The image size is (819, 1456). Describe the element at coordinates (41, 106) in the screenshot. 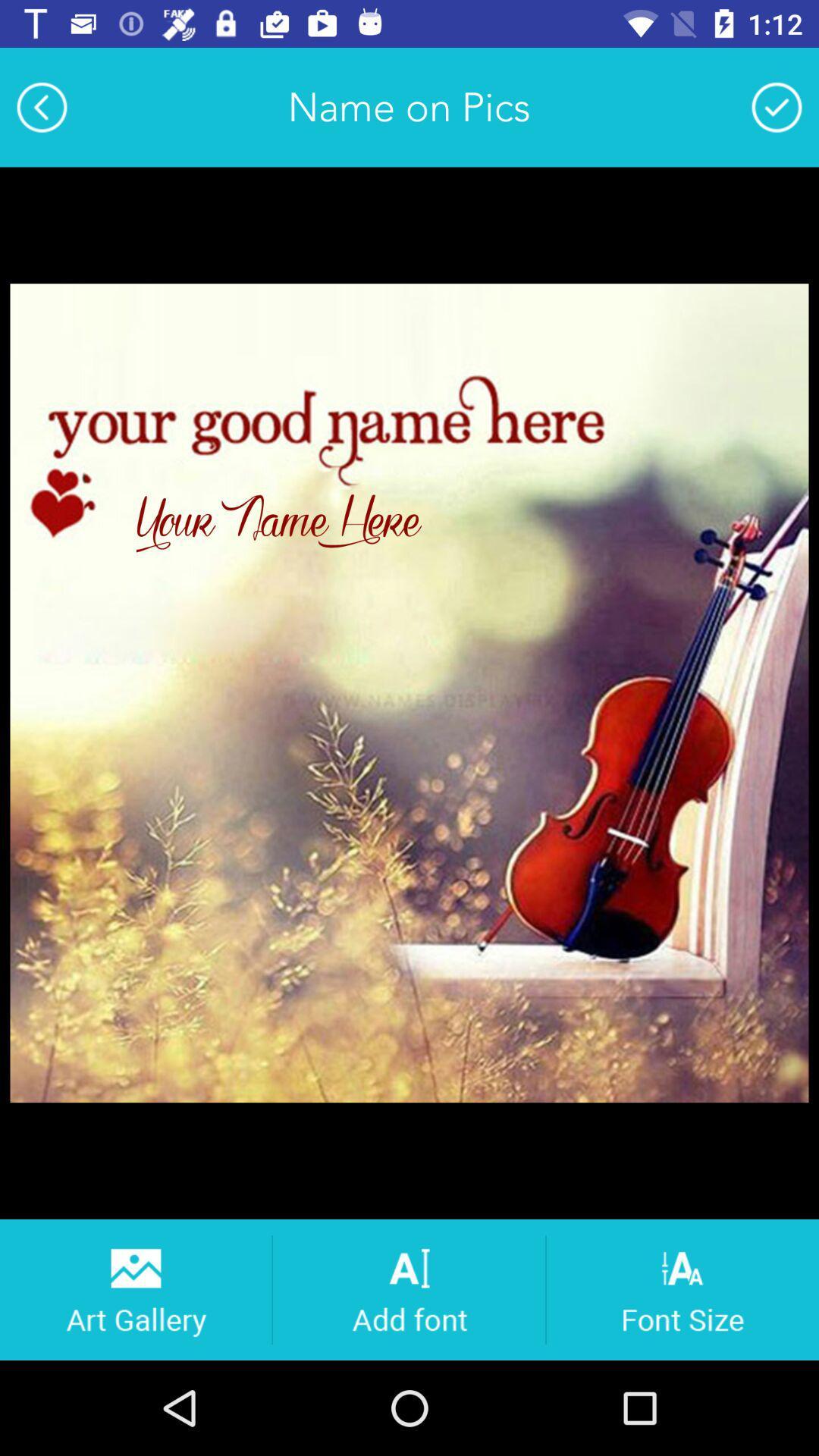

I see `item to the left of name on pics icon` at that location.